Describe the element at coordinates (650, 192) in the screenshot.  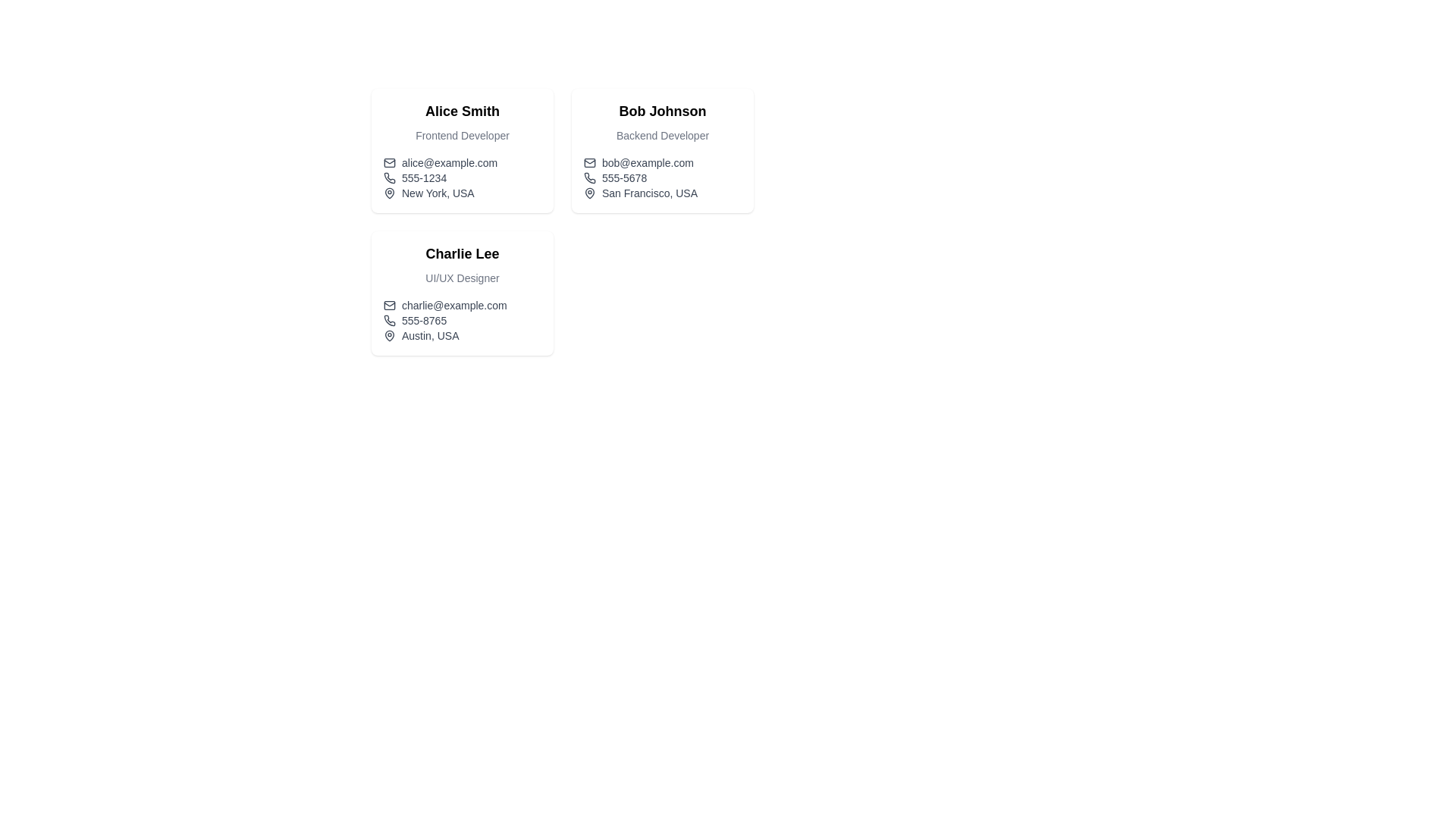
I see `the geographical location text label for 'Bob Johnson', which displays 'San Francisco, USA', located at the bottom of the information card` at that location.